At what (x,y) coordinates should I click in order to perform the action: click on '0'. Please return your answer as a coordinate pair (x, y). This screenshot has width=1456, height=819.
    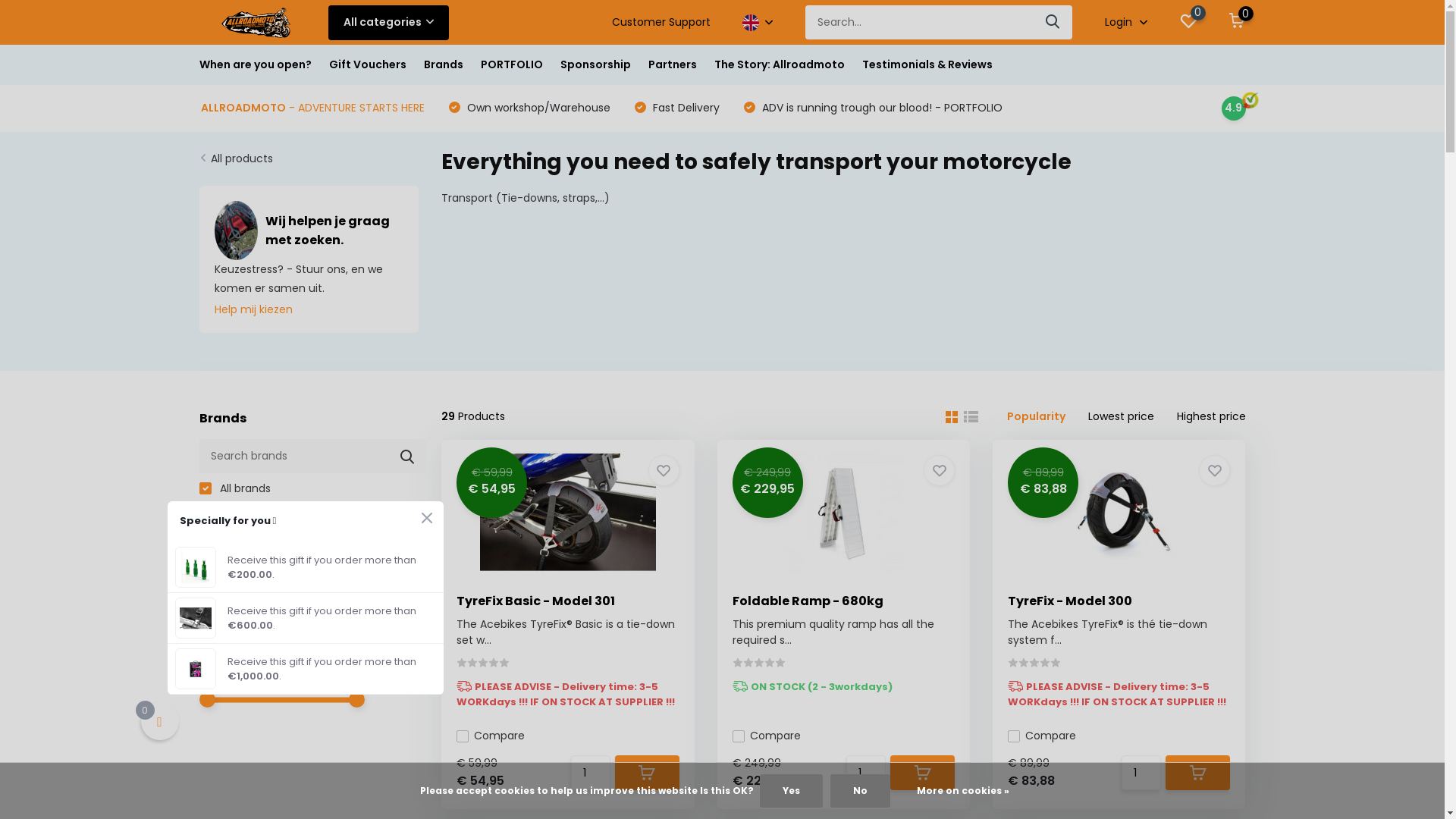
    Looking at the image, I should click on (1237, 22).